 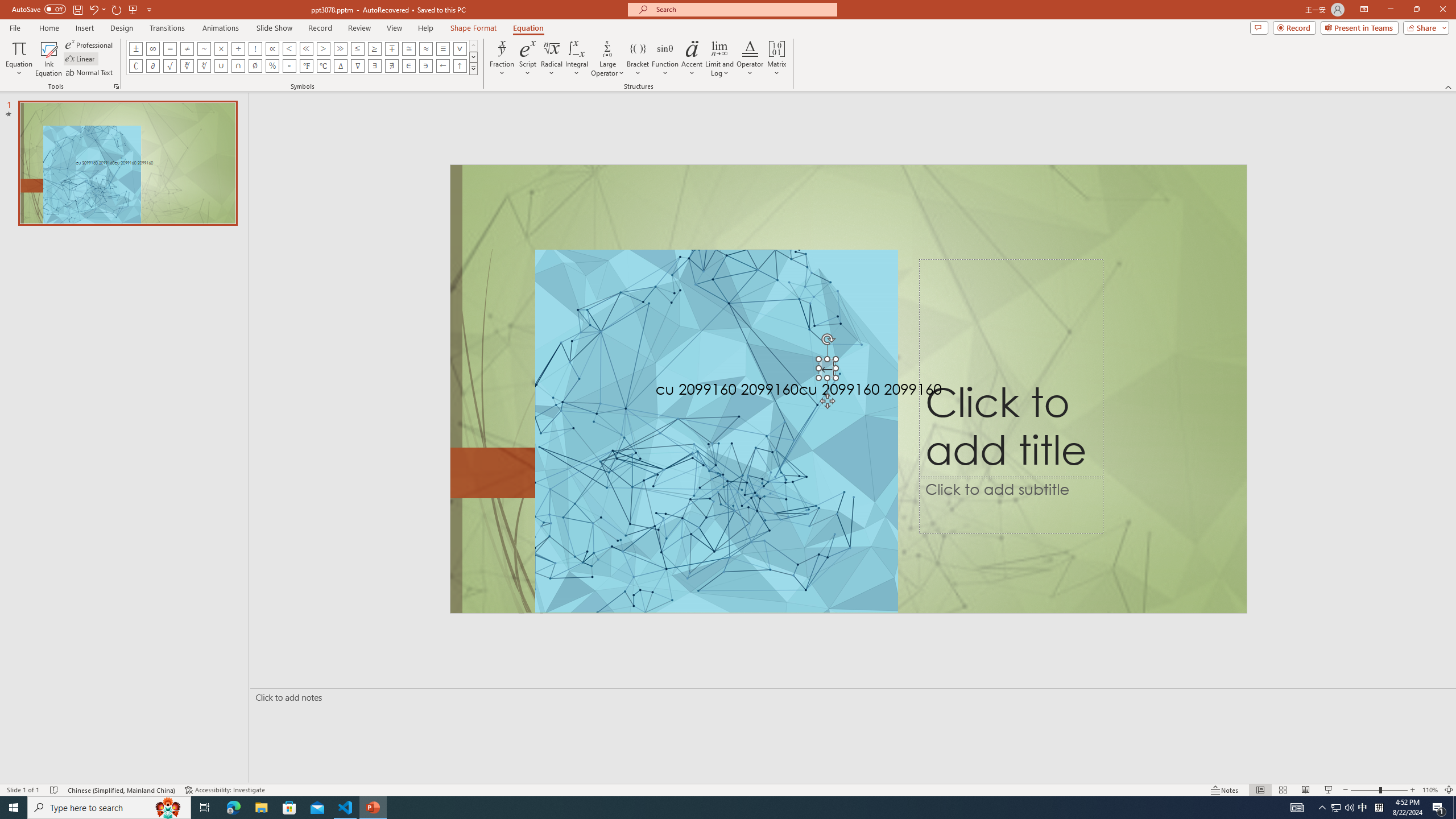 I want to click on 'Bracket', so click(x=638, y=59).